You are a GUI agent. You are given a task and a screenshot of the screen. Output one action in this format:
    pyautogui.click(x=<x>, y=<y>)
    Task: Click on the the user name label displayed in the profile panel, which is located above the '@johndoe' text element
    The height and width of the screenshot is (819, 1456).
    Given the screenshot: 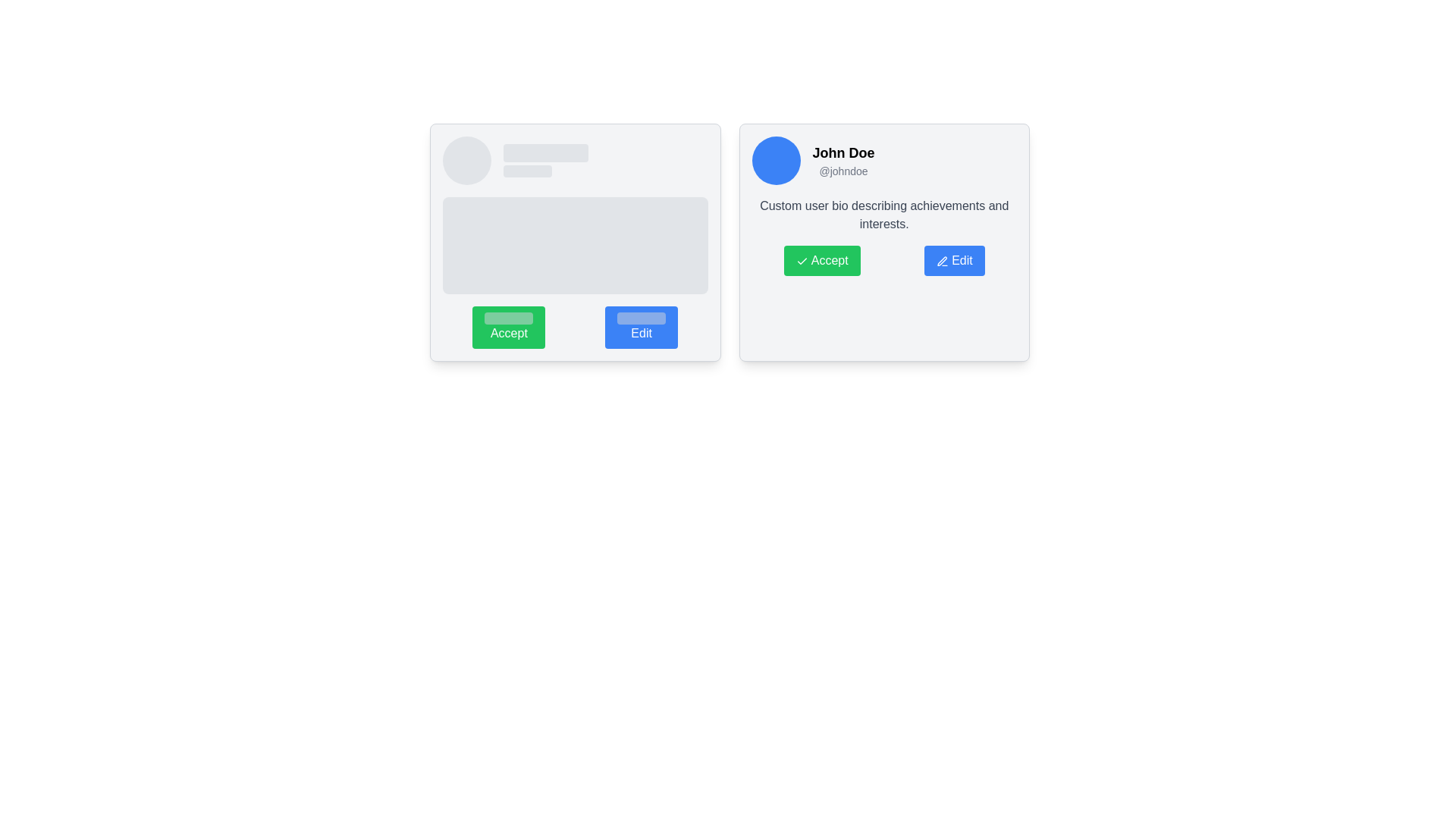 What is the action you would take?
    pyautogui.click(x=843, y=152)
    